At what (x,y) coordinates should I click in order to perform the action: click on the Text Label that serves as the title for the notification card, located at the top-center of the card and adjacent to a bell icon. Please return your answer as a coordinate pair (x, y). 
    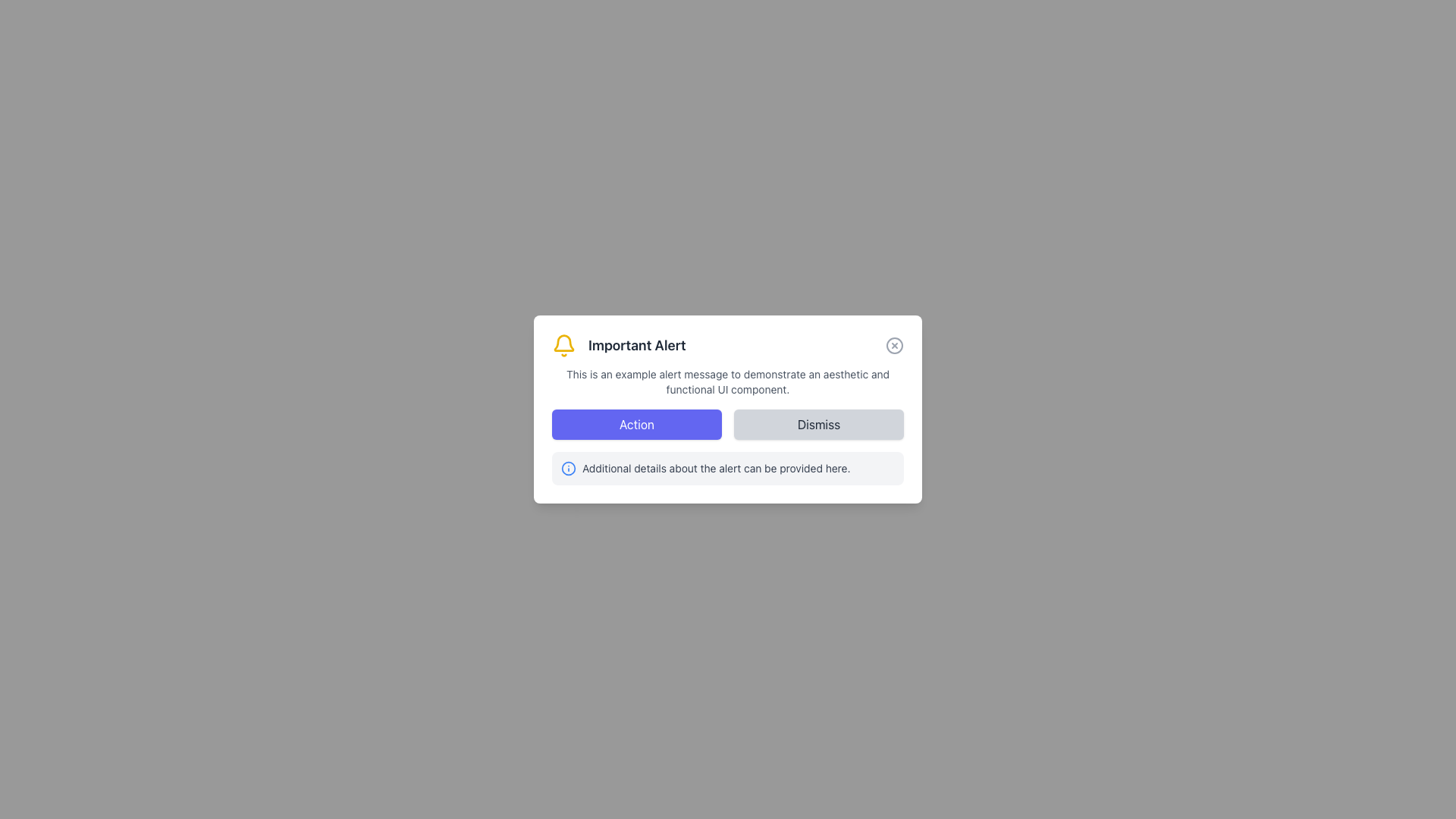
    Looking at the image, I should click on (619, 345).